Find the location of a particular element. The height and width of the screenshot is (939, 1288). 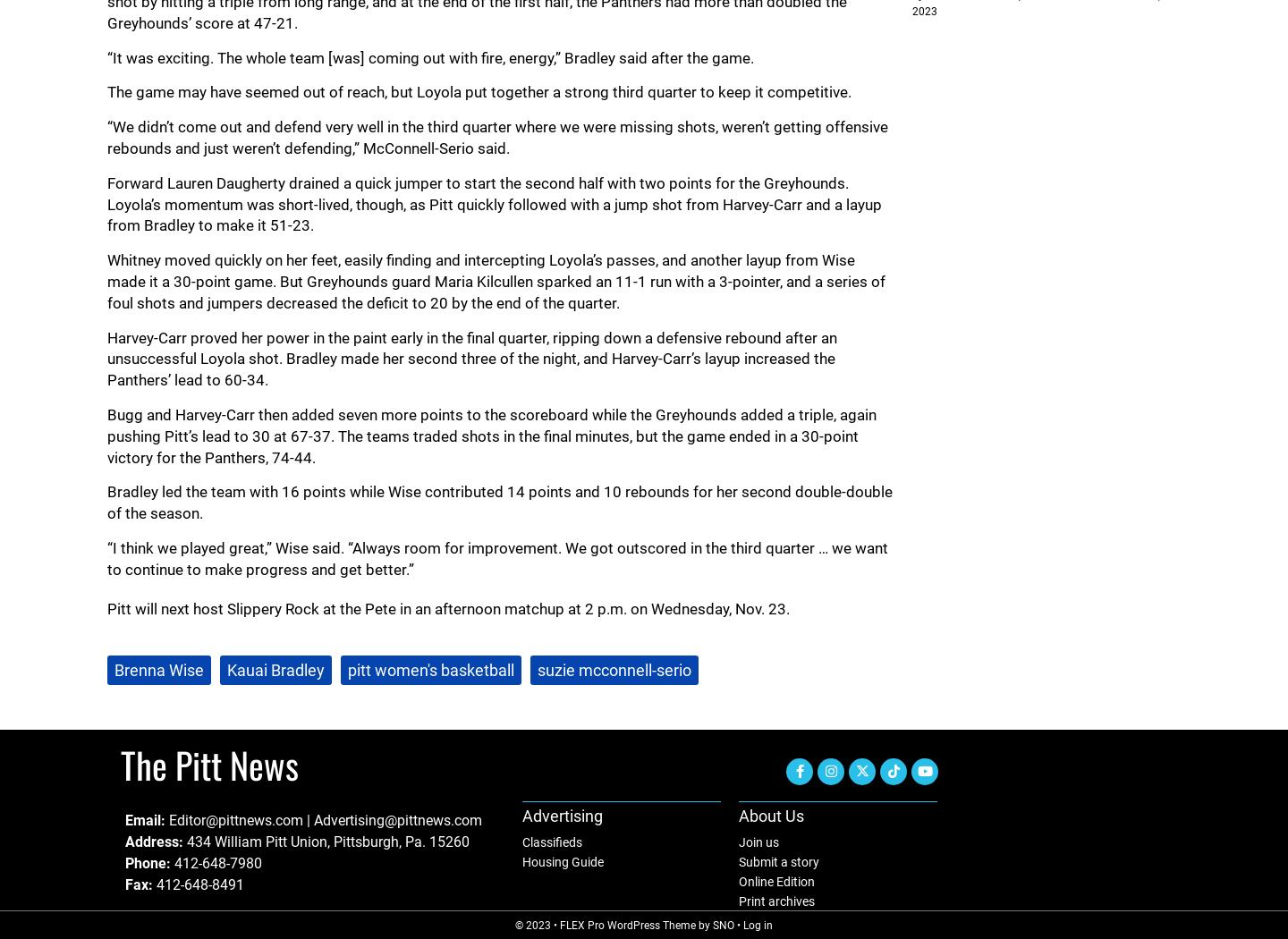

'FLEX Pro WordPress Theme' is located at coordinates (558, 924).